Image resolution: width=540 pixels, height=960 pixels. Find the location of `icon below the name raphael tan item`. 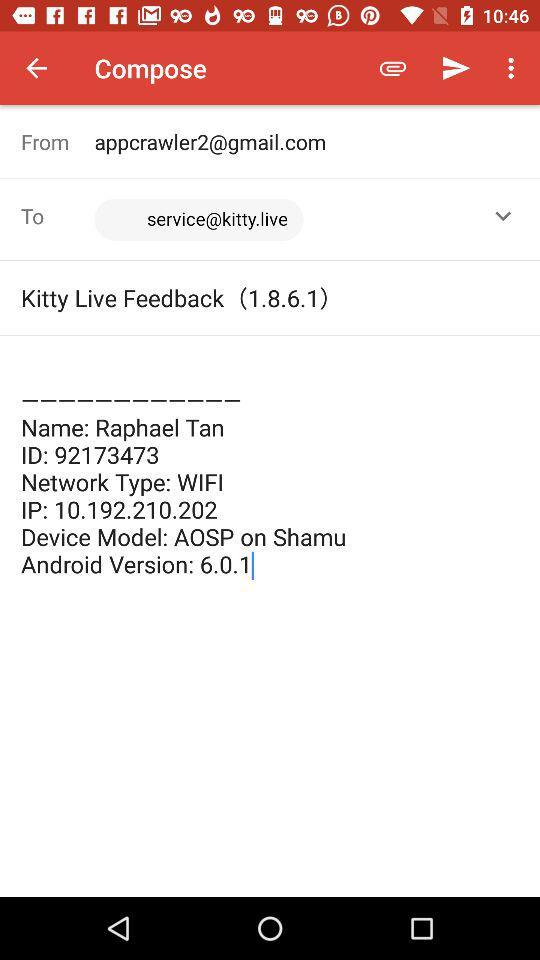

icon below the name raphael tan item is located at coordinates (270, 748).